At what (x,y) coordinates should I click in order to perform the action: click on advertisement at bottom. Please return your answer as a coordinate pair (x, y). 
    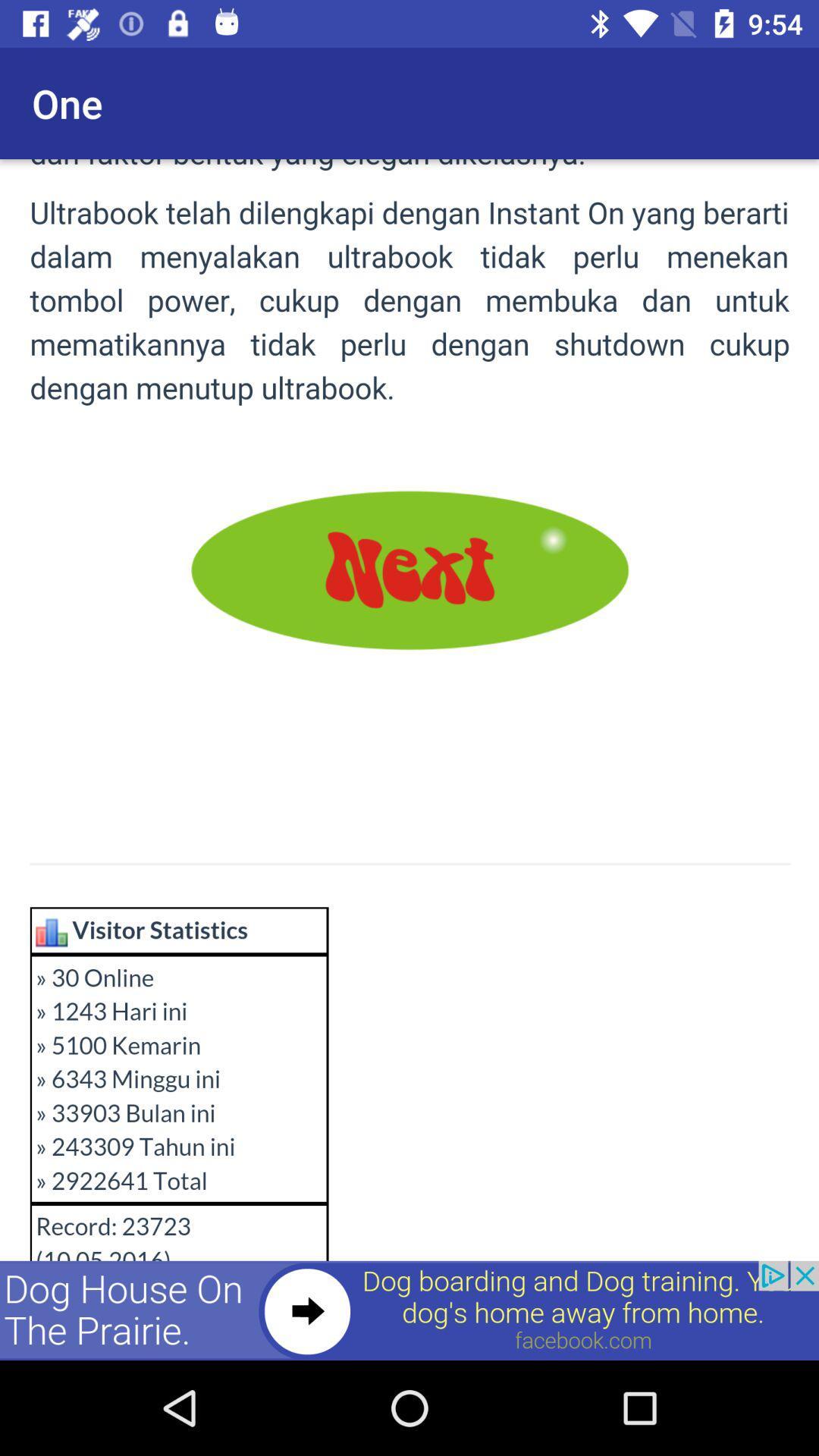
    Looking at the image, I should click on (409, 1310).